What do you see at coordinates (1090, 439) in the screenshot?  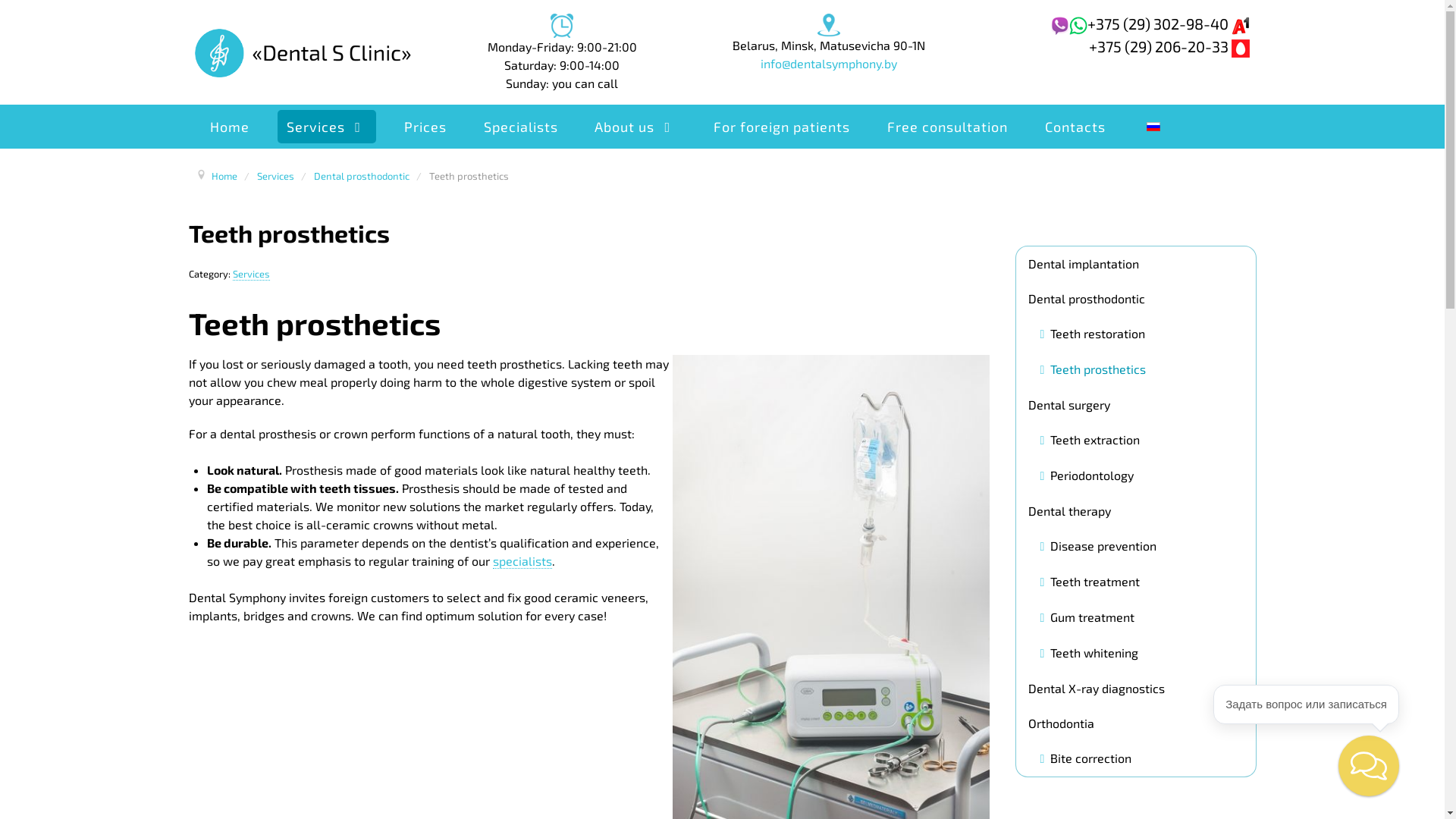 I see `'Teeth extraction'` at bounding box center [1090, 439].